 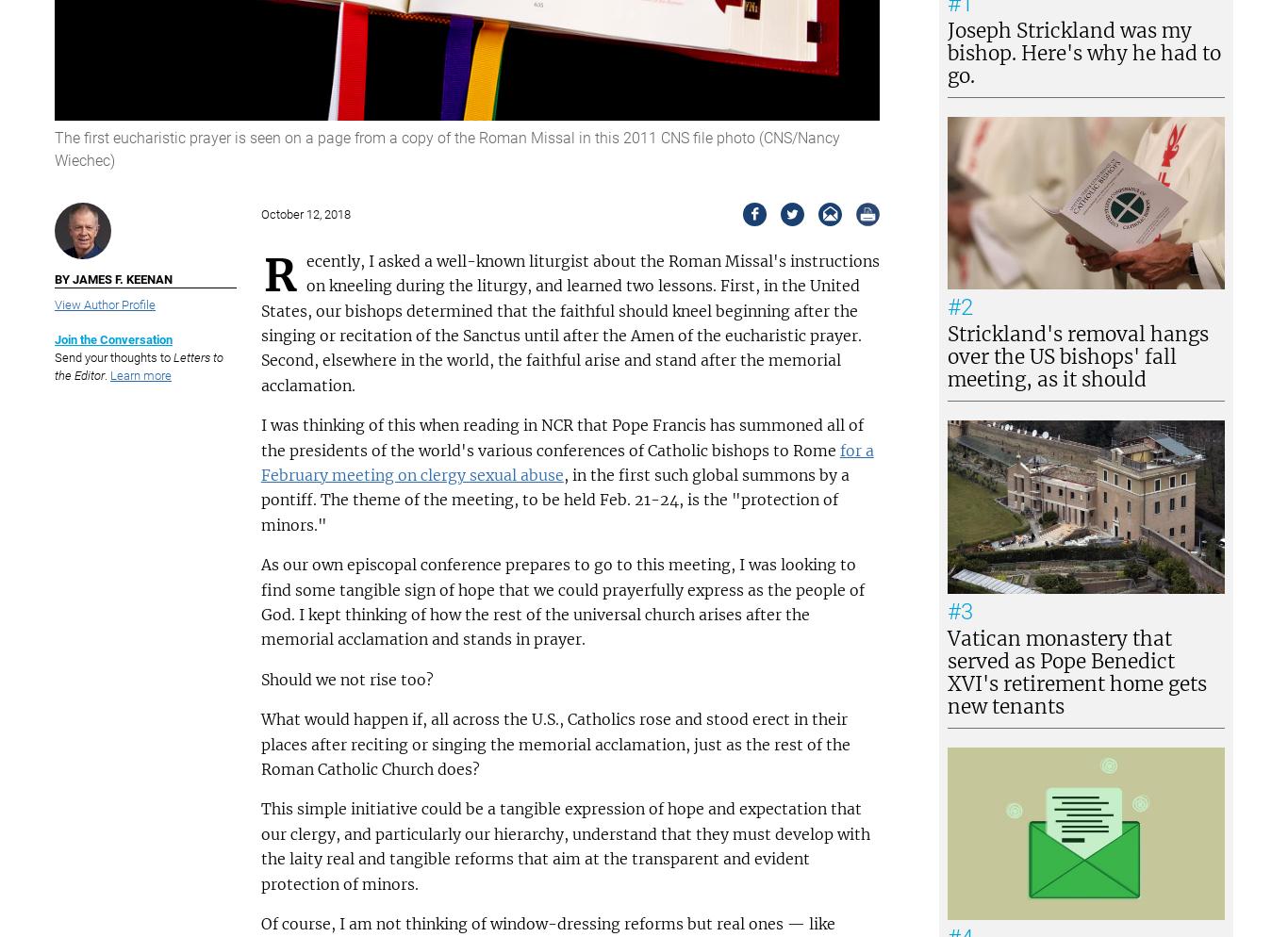 I want to click on 'This simple initiative could be a tangible expression of hope and expectation that our clergy, and particularly our hierarchy, understand that they must develop with the laity real and tangible reforms that aim at the transparent and evident protection of minors.', so click(x=563, y=845).